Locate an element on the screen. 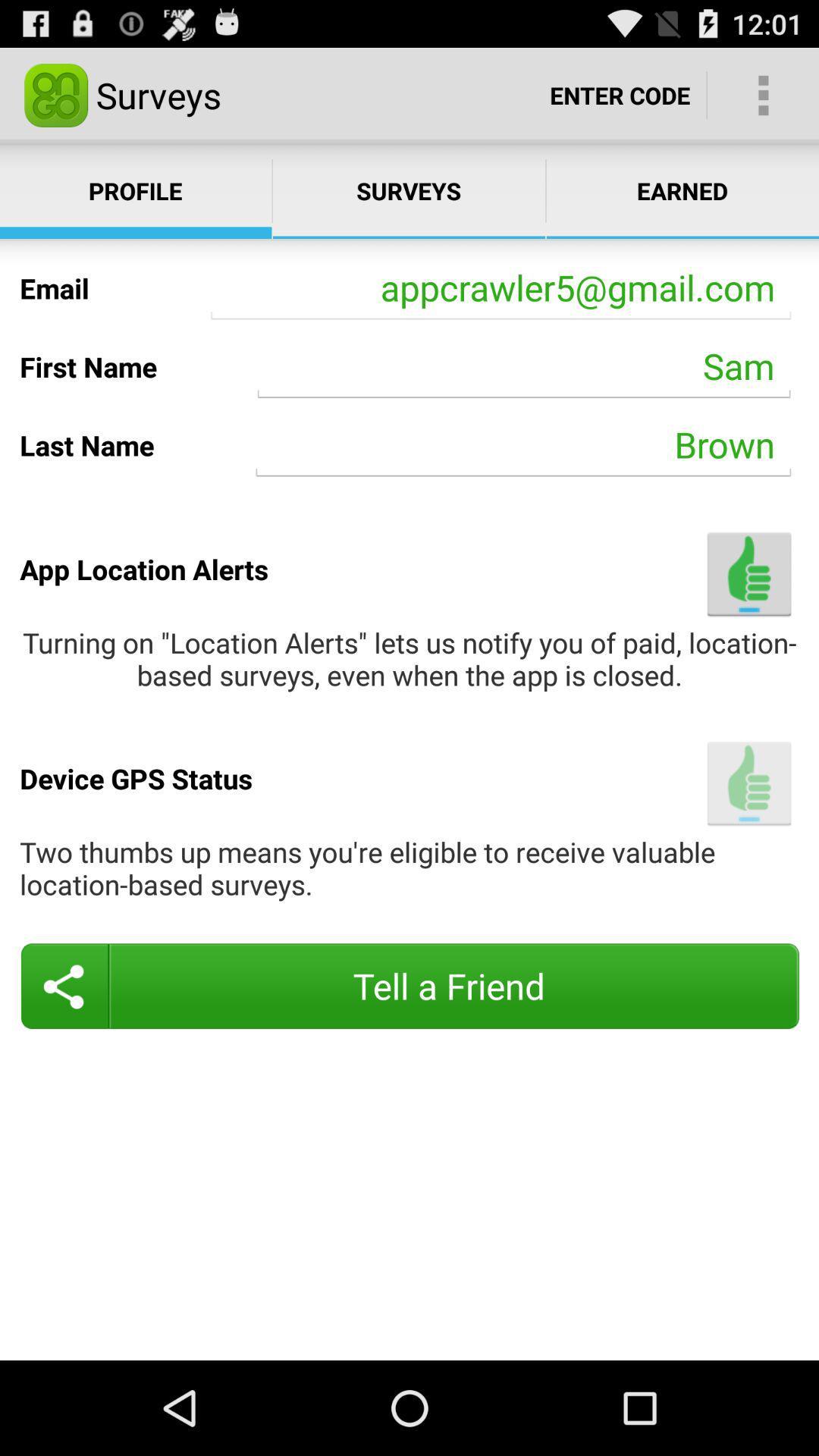 The image size is (819, 1456). the icon to the right of the device gps status item is located at coordinates (748, 783).